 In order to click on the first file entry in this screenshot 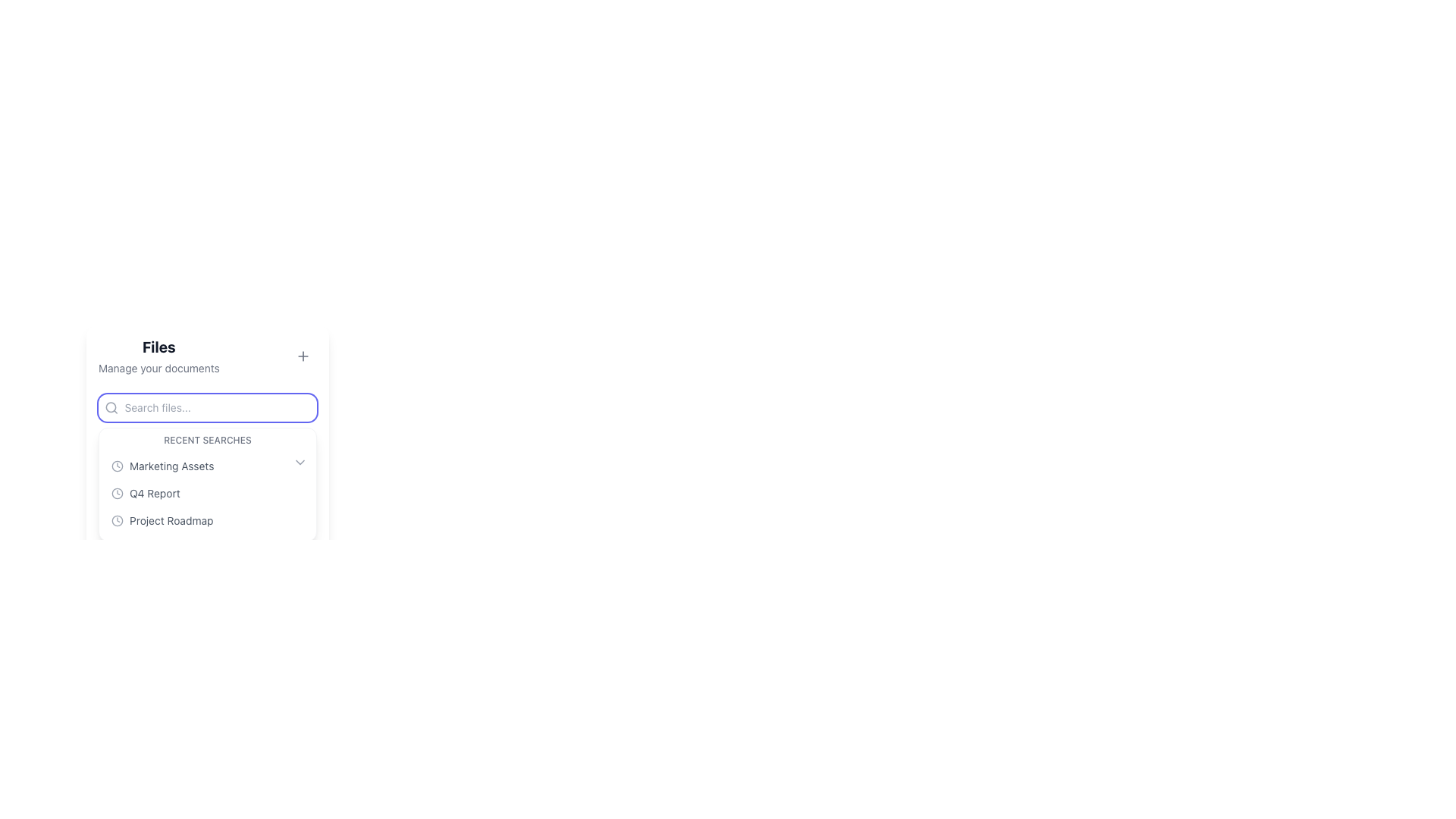, I will do `click(202, 731)`.